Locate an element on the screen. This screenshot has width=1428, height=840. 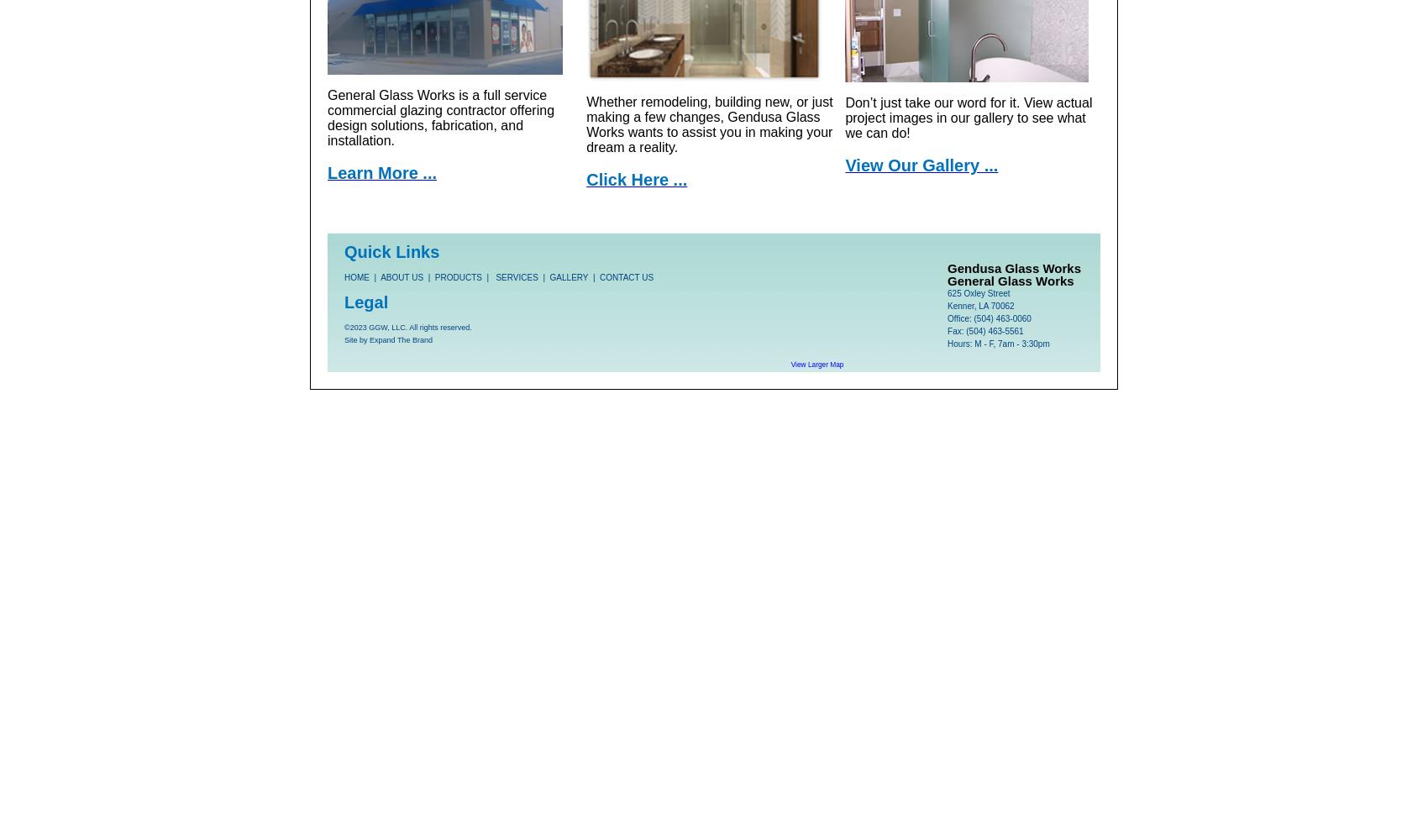
'SERVICES' is located at coordinates (516, 276).